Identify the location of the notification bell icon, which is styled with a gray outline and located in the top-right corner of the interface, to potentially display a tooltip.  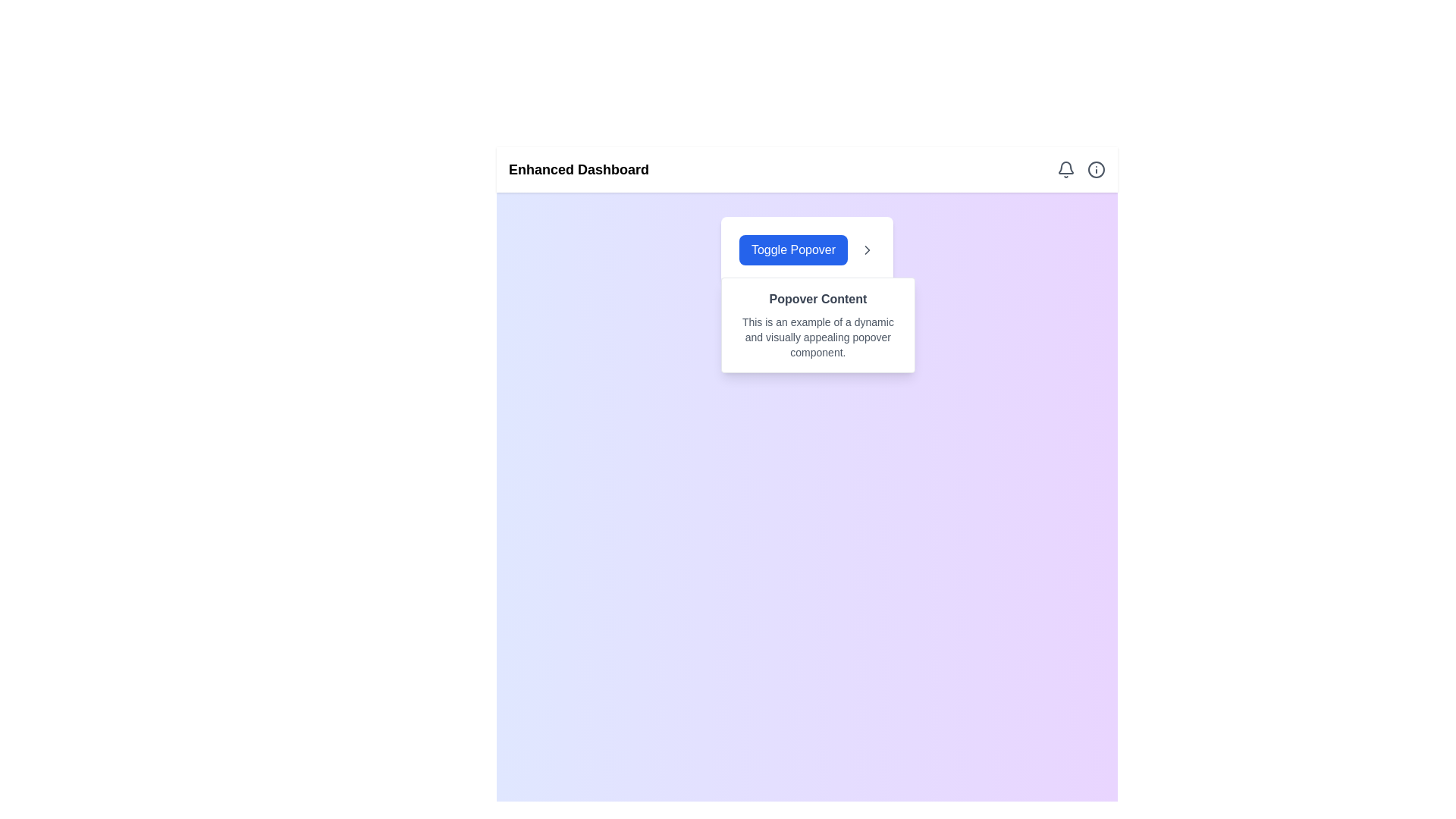
(1065, 169).